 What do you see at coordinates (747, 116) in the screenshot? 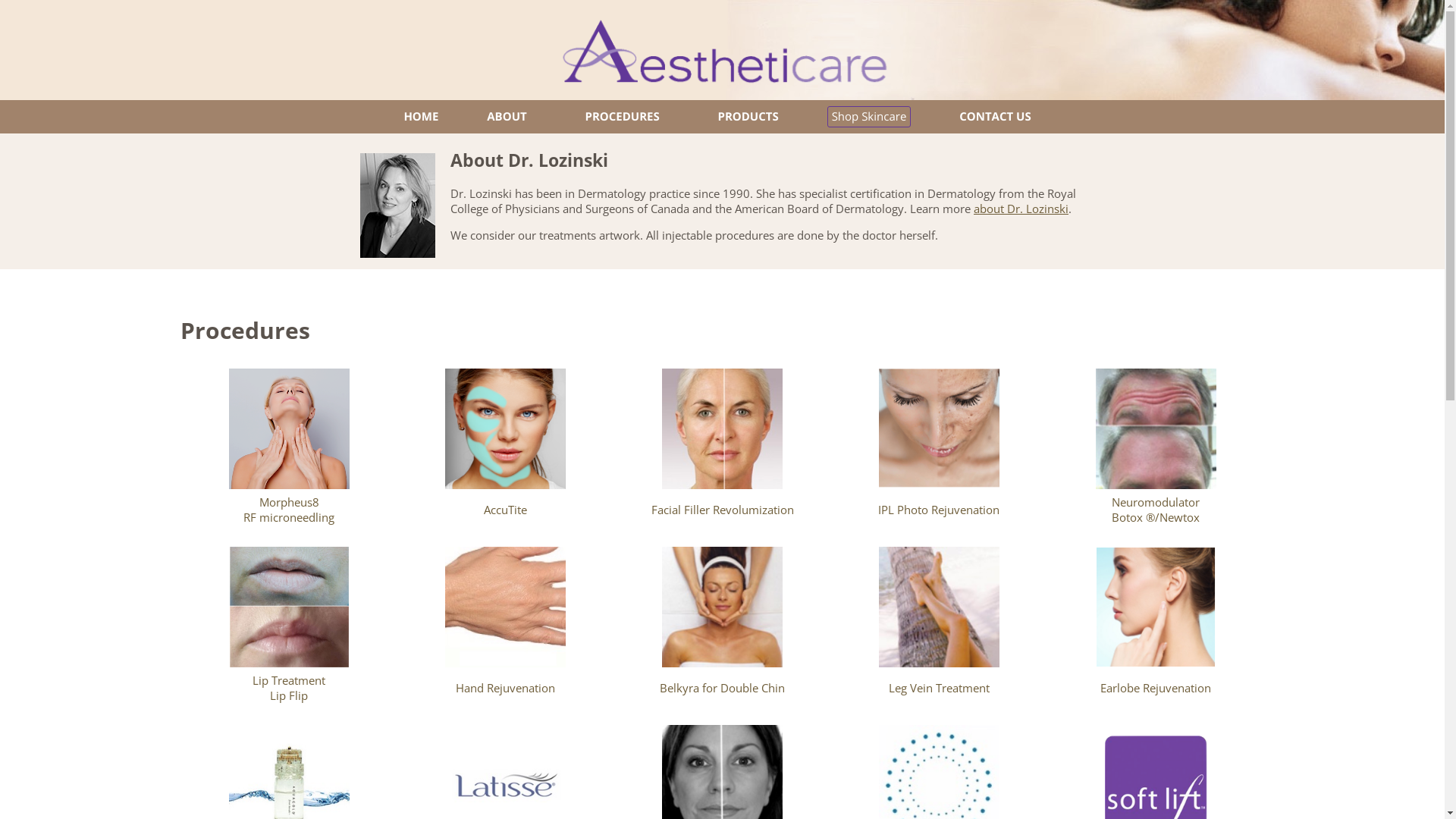
I see `'PRODUCTS'` at bounding box center [747, 116].